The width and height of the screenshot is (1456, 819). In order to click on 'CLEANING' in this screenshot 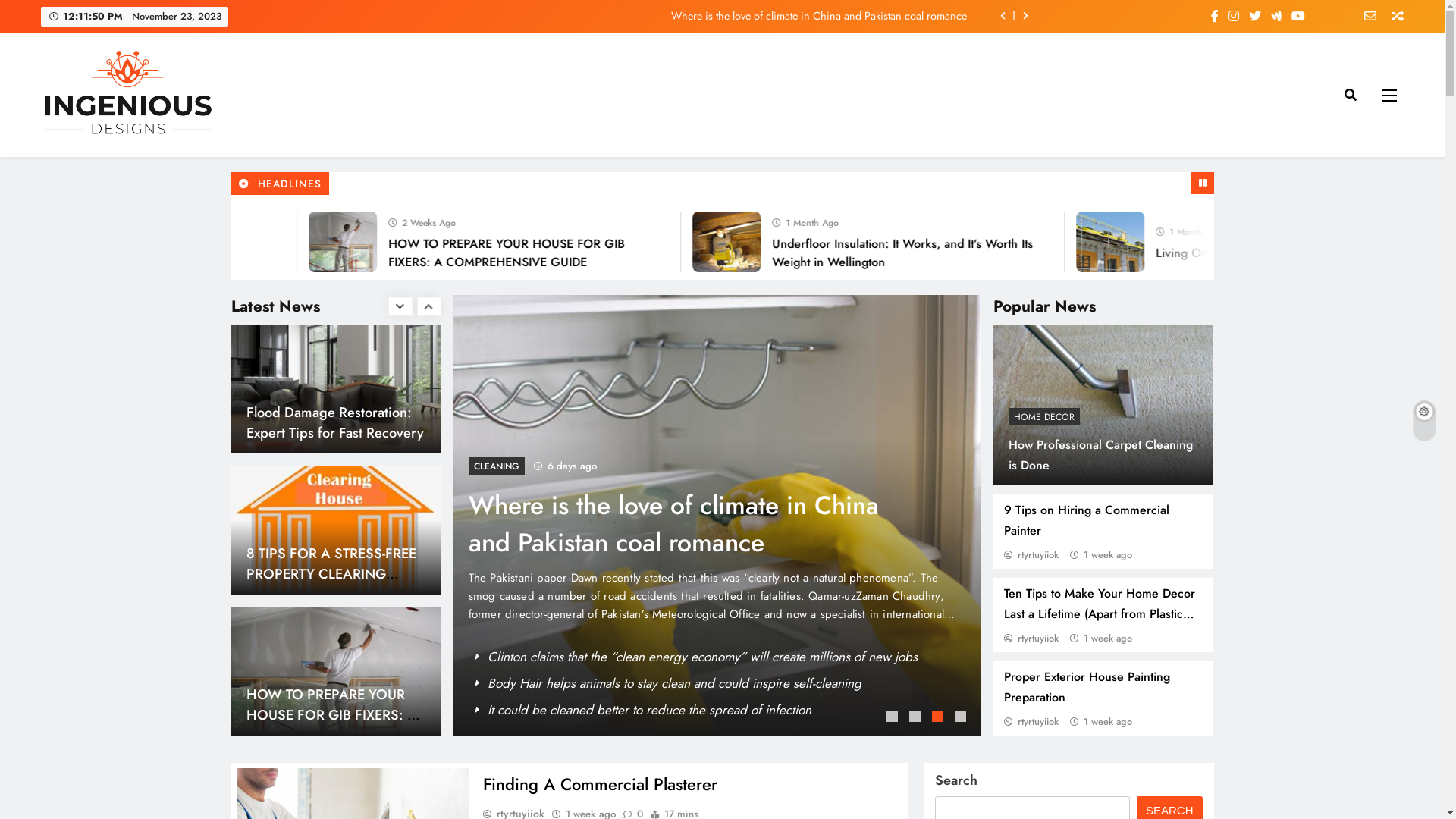, I will do `click(446, 465)`.